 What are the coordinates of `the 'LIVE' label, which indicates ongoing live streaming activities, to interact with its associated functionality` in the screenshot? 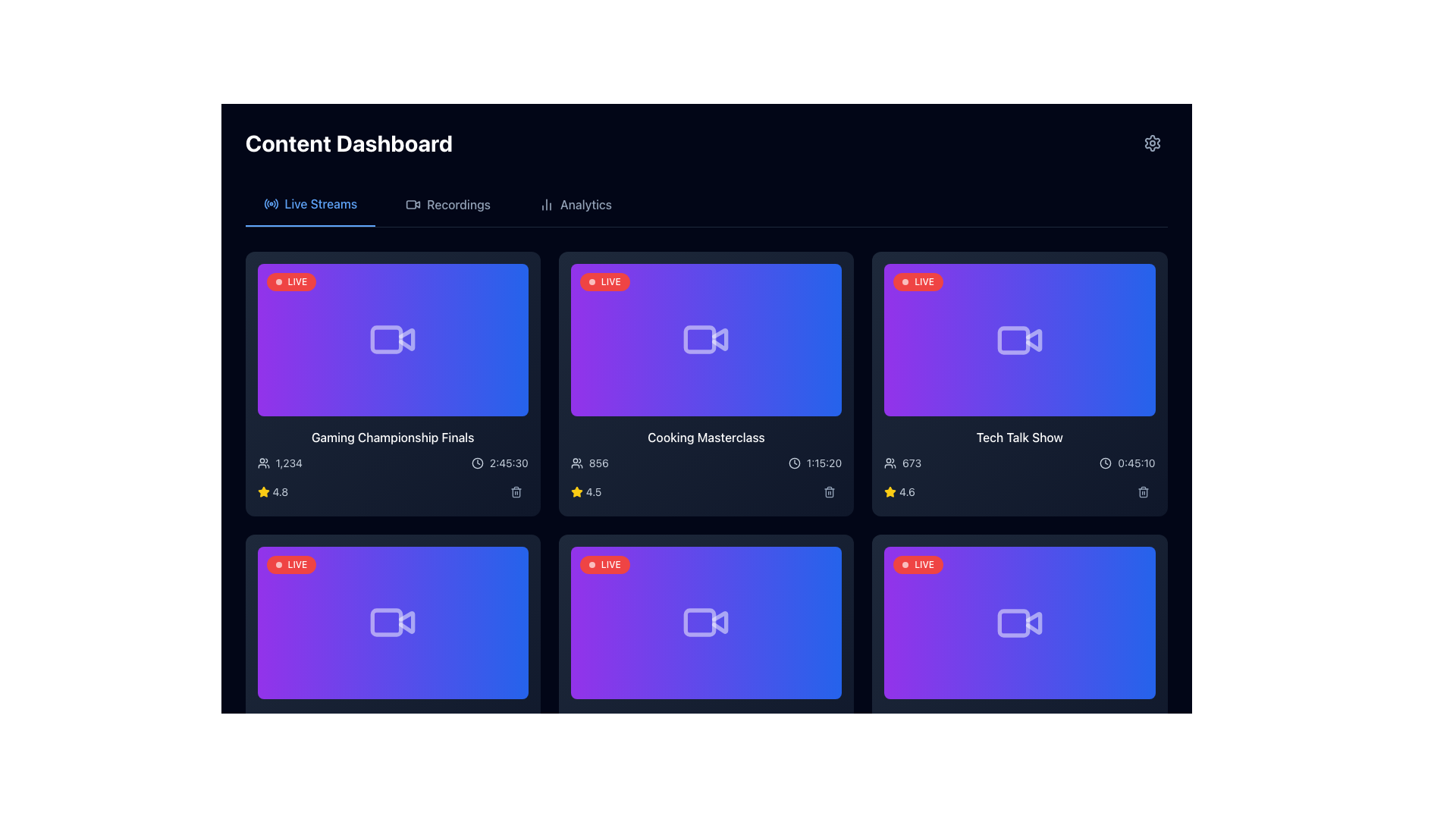 It's located at (610, 564).